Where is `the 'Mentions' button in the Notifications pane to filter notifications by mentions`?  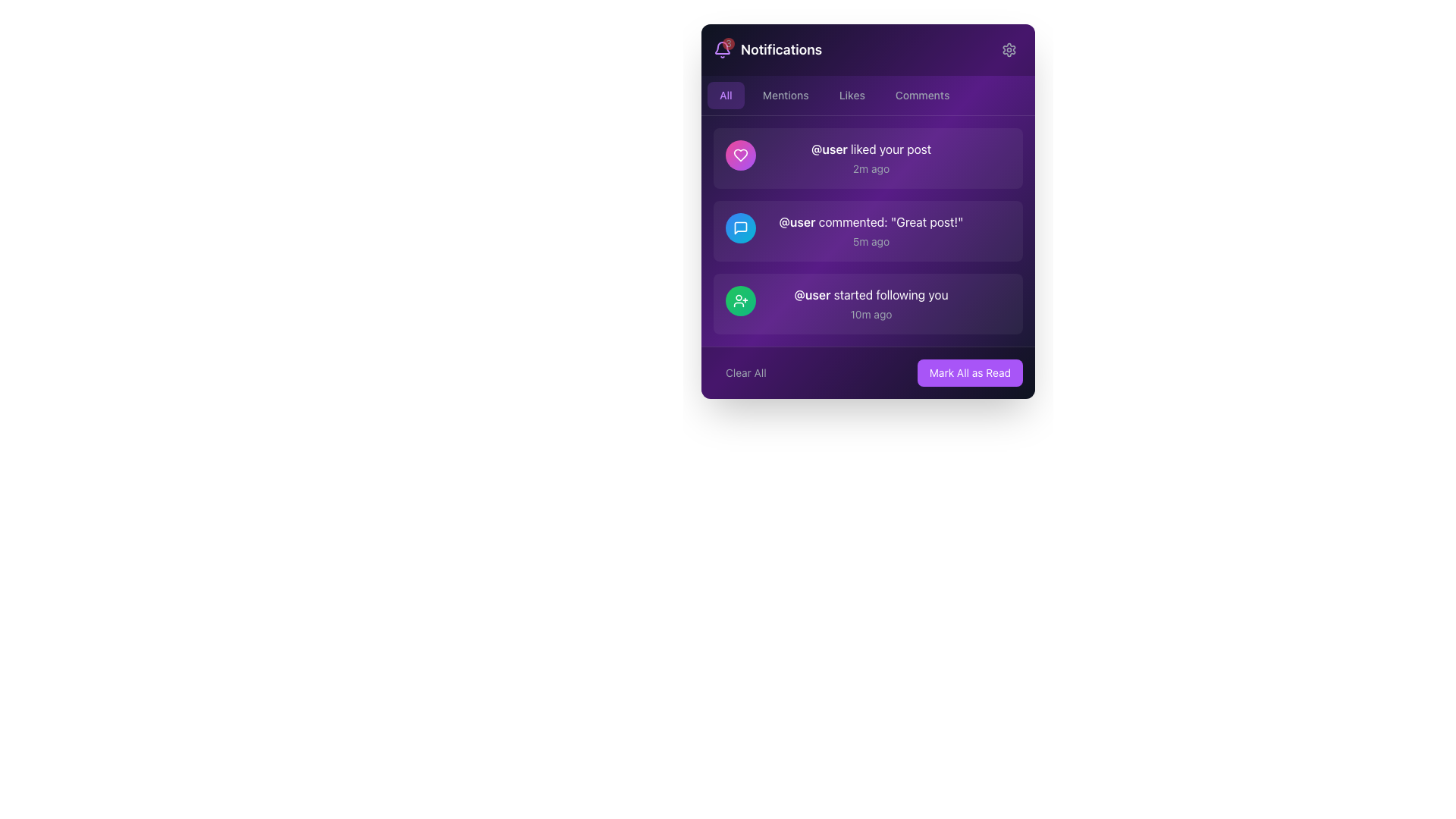 the 'Mentions' button in the Notifications pane to filter notifications by mentions is located at coordinates (786, 96).